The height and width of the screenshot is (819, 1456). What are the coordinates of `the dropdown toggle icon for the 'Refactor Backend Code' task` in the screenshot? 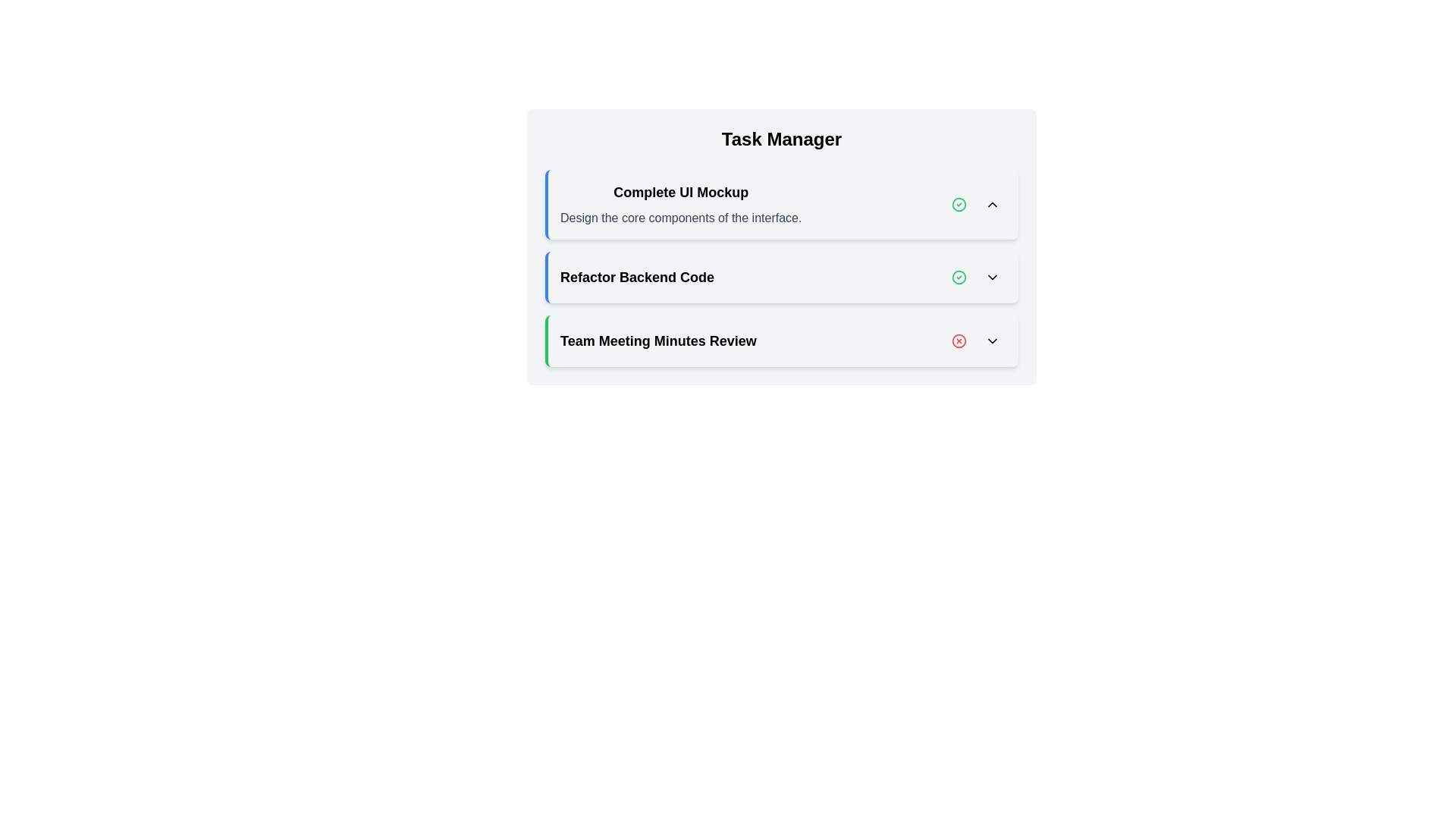 It's located at (993, 278).